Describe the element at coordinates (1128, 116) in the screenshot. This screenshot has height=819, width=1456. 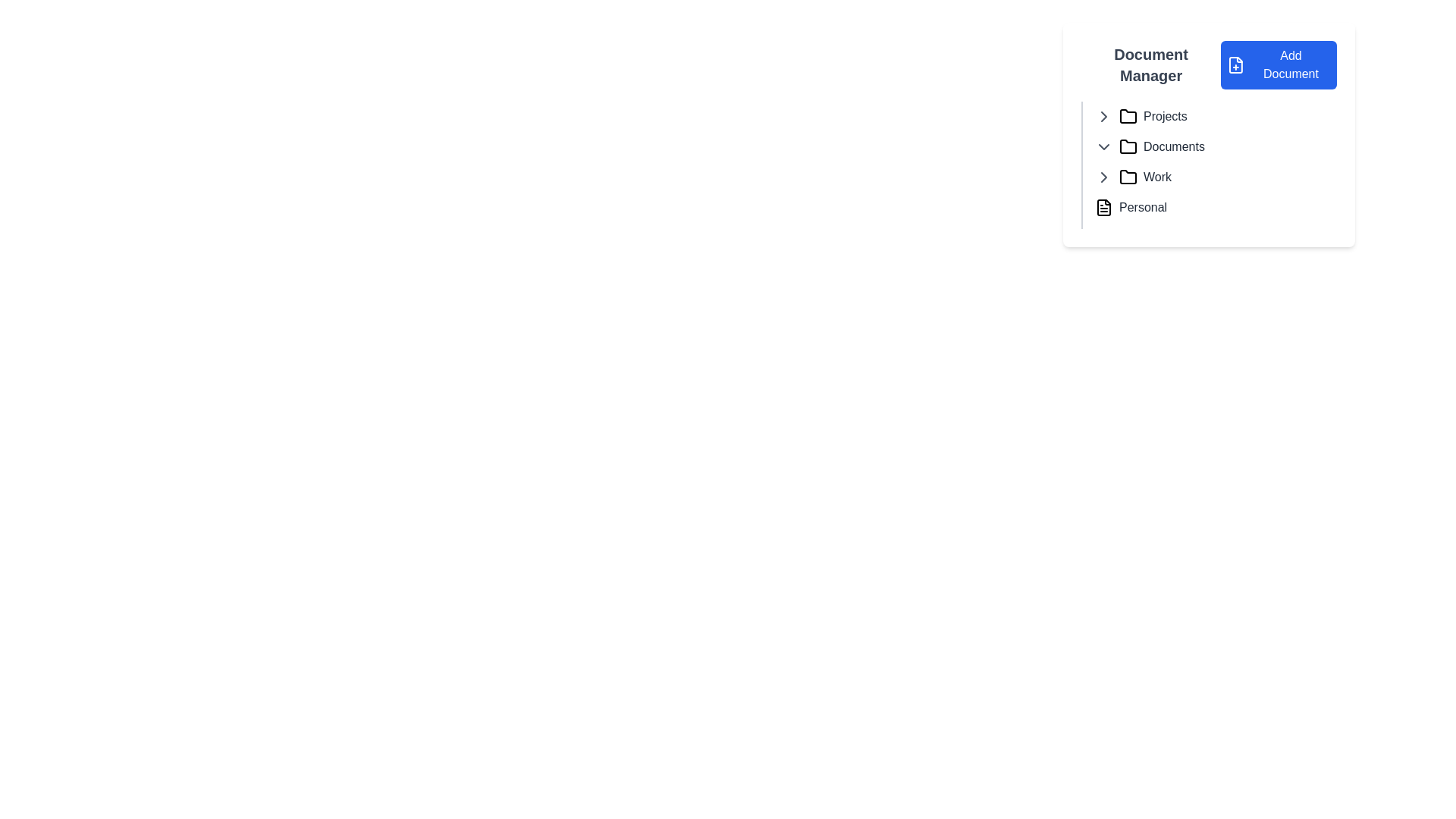
I see `the folder icon` at that location.